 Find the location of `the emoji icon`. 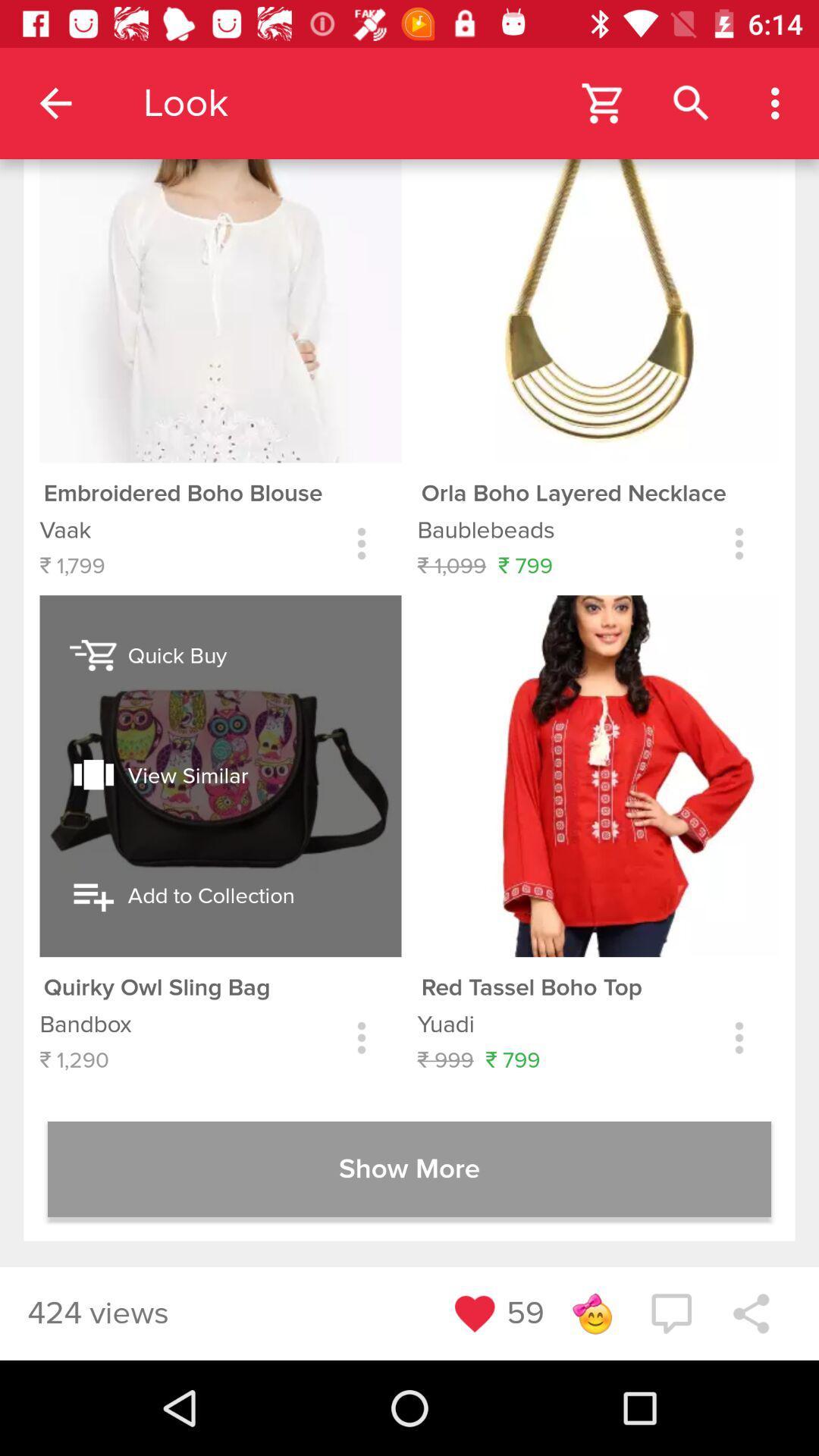

the emoji icon is located at coordinates (591, 1313).